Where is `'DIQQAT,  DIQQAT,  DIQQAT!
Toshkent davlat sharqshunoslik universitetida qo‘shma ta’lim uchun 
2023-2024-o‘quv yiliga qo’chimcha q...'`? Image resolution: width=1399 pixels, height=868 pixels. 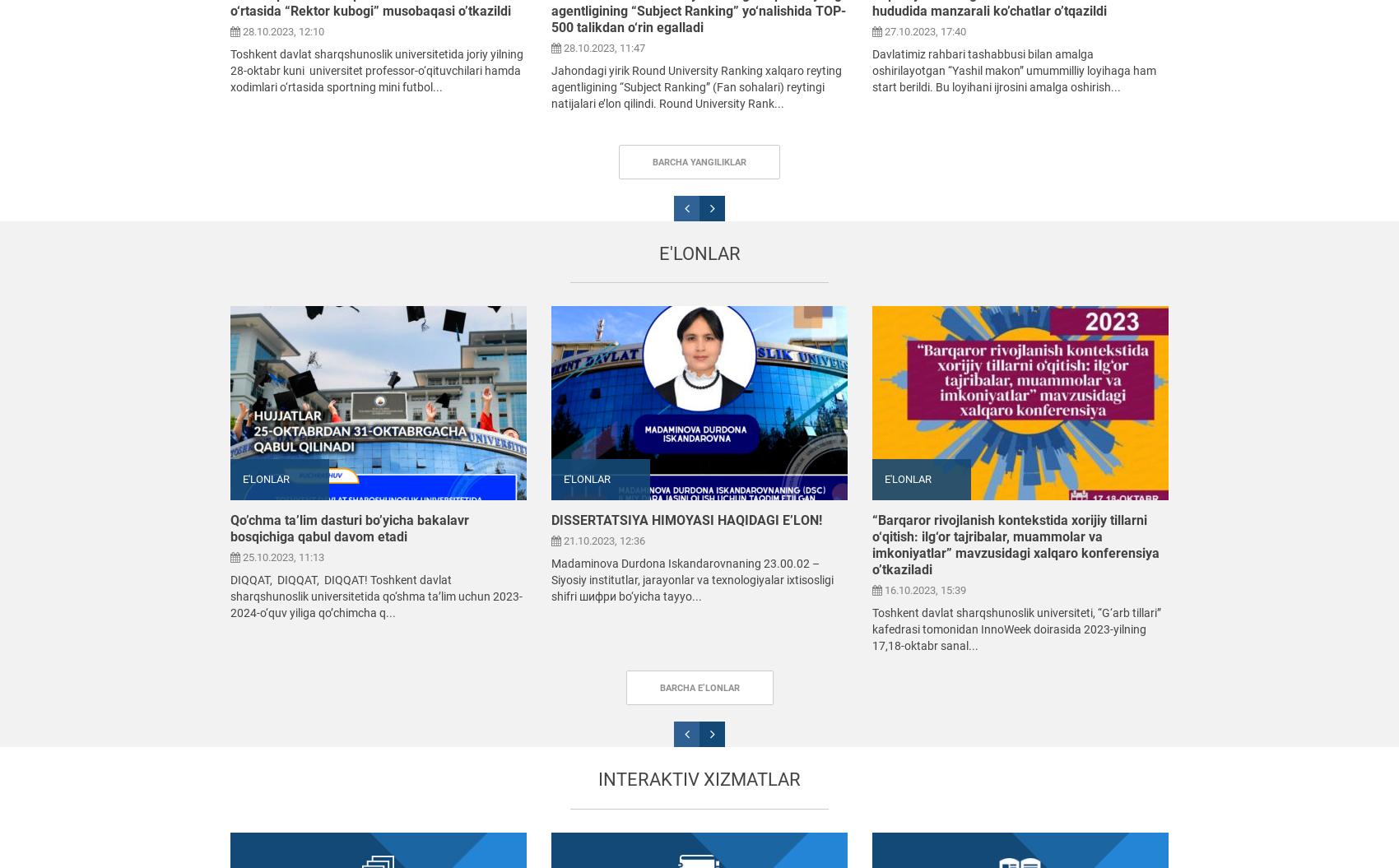
'DIQQAT,  DIQQAT,  DIQQAT!
Toshkent davlat sharqshunoslik universitetida qo‘shma ta’lim uchun 
2023-2024-o‘quv yiliga qo’chimcha q...' is located at coordinates (376, 596).